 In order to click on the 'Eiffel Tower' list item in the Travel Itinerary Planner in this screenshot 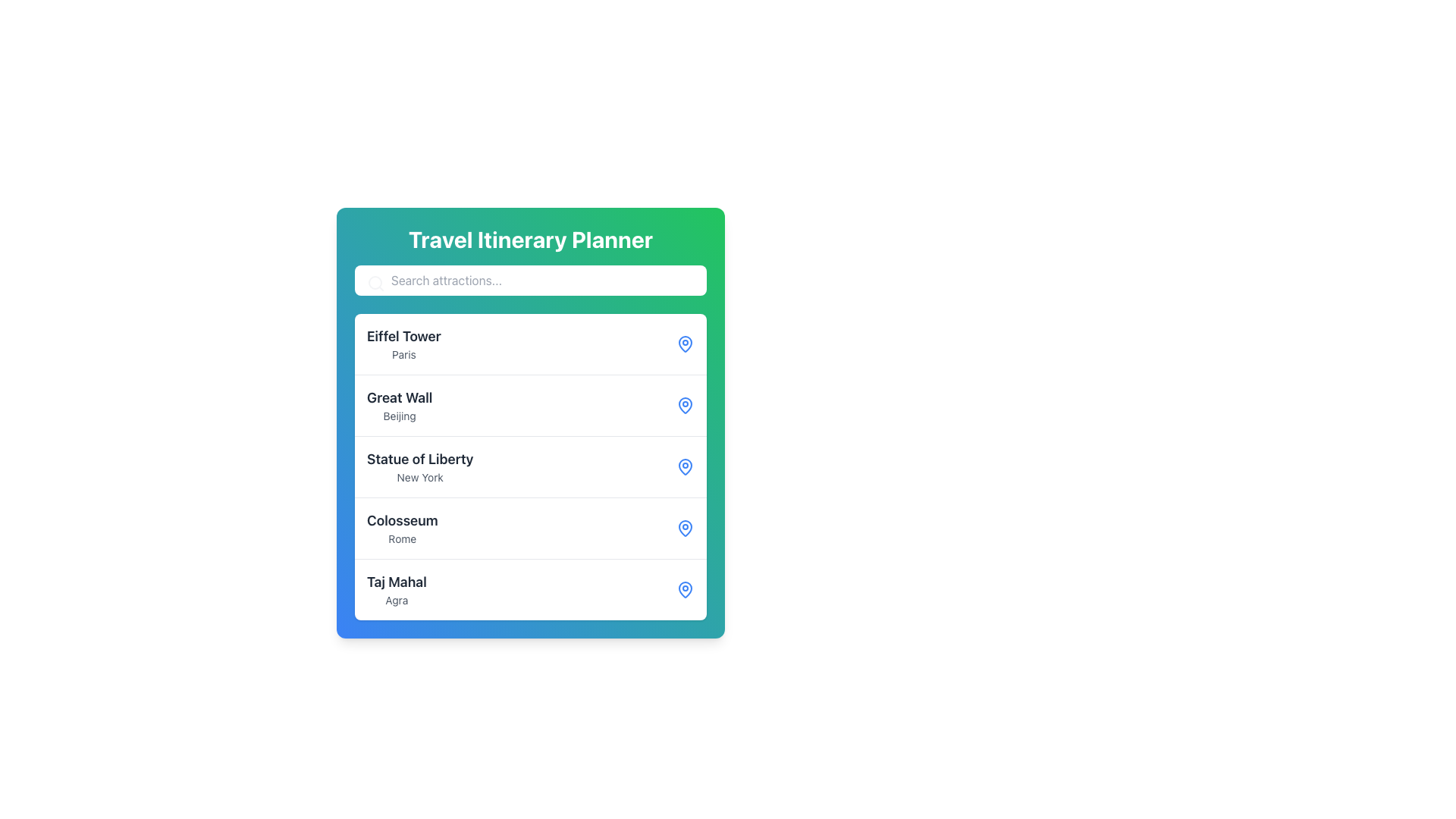, I will do `click(403, 344)`.